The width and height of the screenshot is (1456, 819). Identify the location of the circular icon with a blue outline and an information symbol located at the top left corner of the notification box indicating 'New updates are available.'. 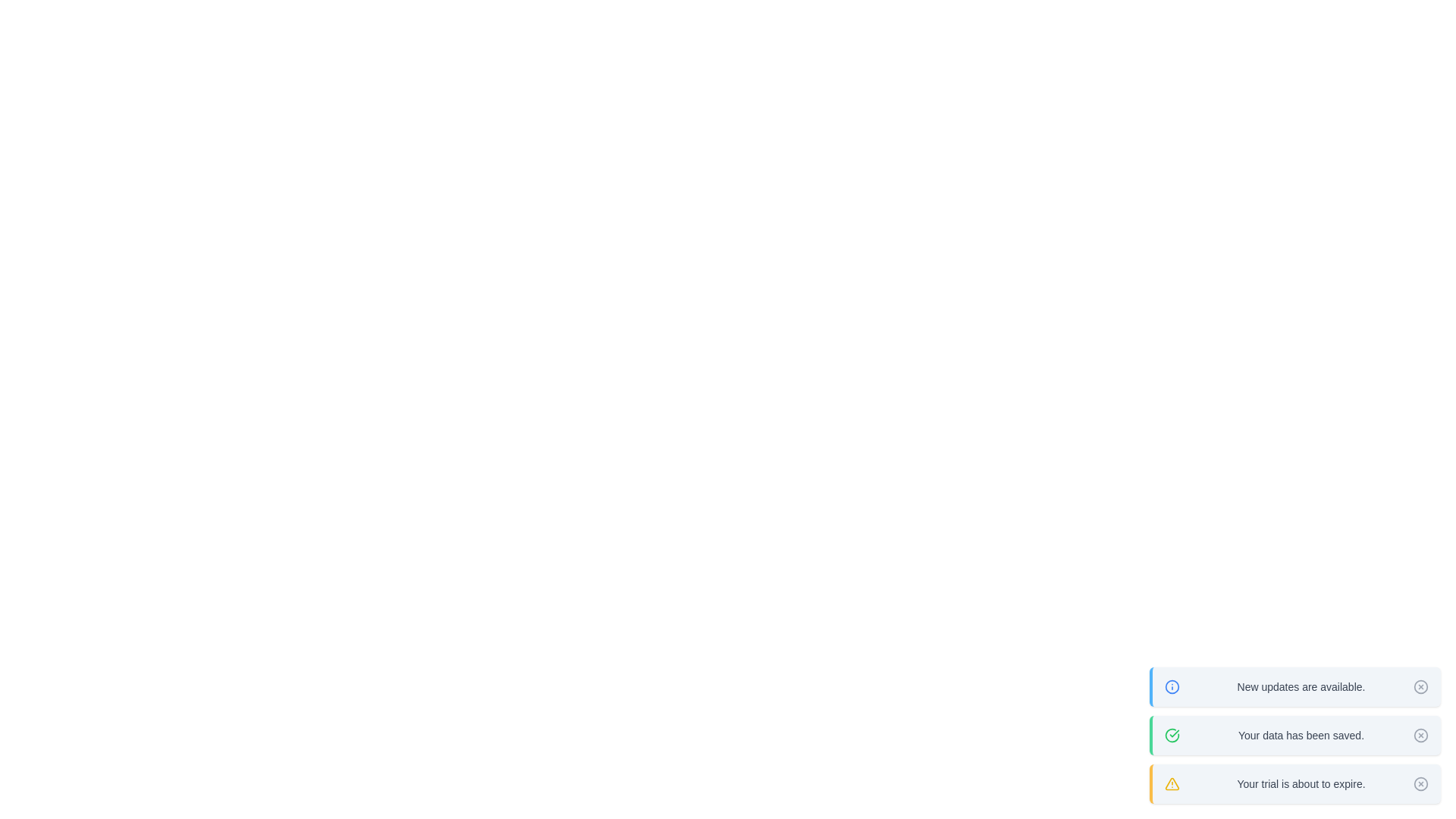
(1171, 687).